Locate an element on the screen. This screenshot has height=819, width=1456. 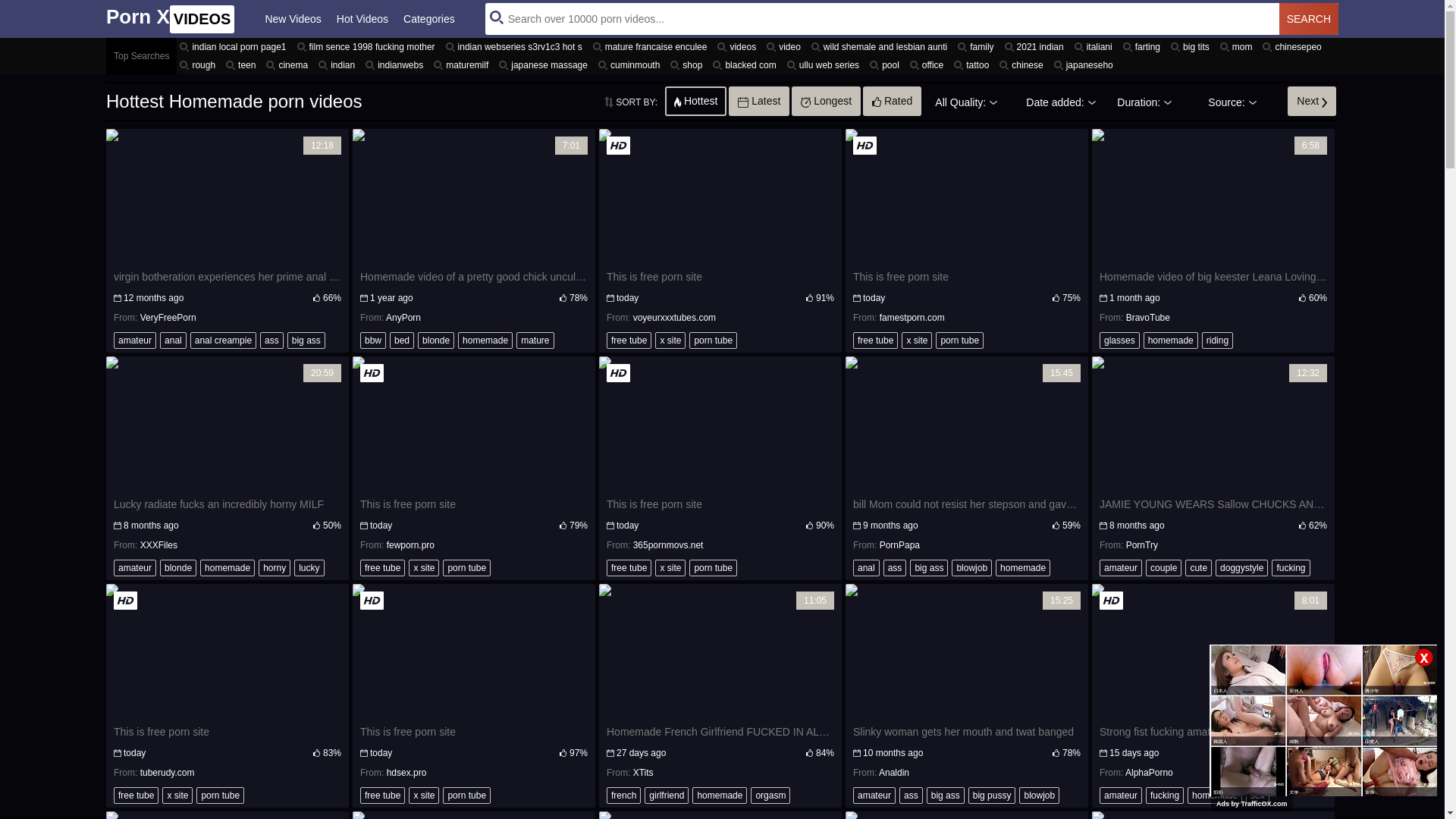
'maturemilf' is located at coordinates (462, 64).